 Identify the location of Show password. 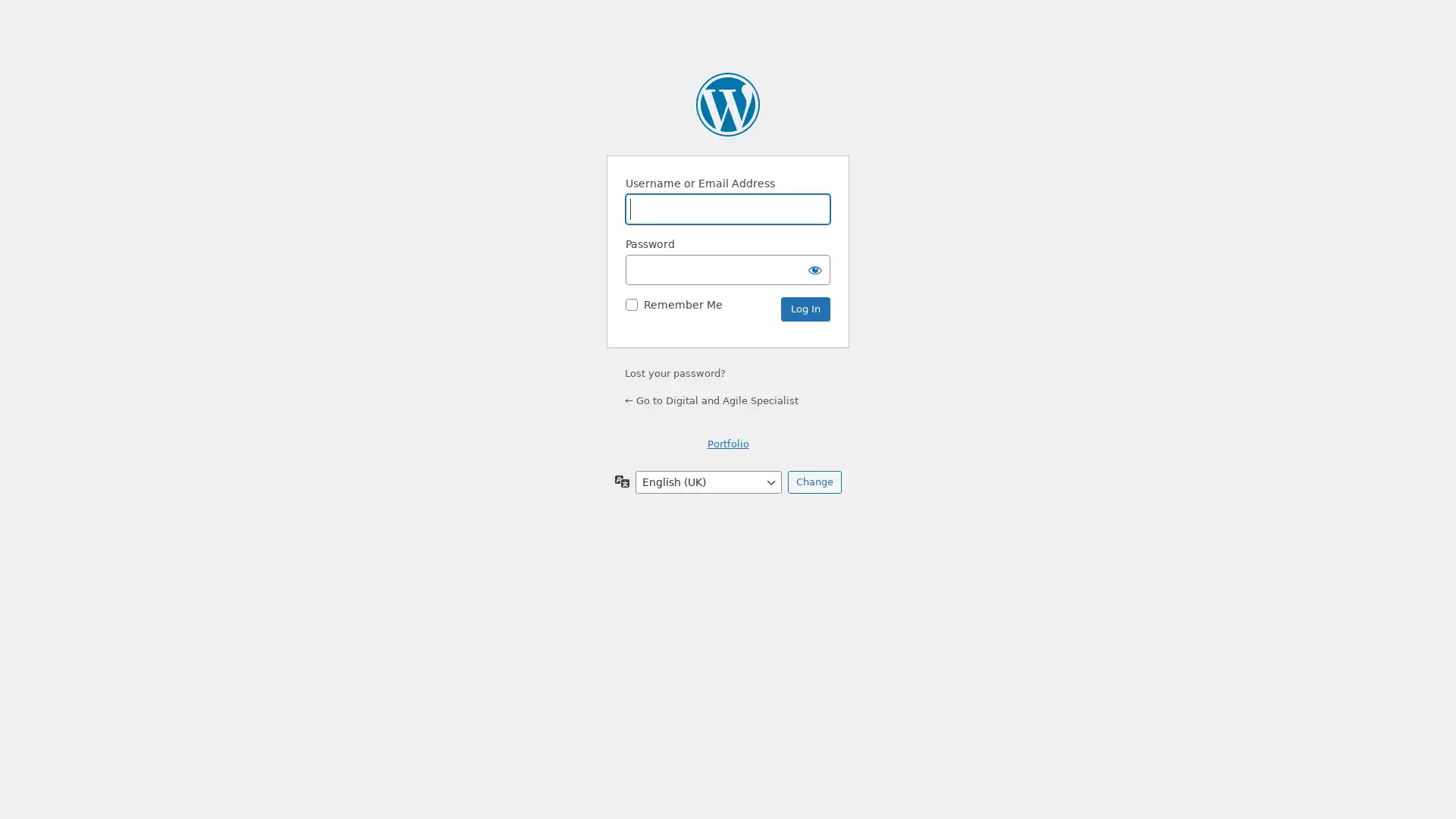
(814, 268).